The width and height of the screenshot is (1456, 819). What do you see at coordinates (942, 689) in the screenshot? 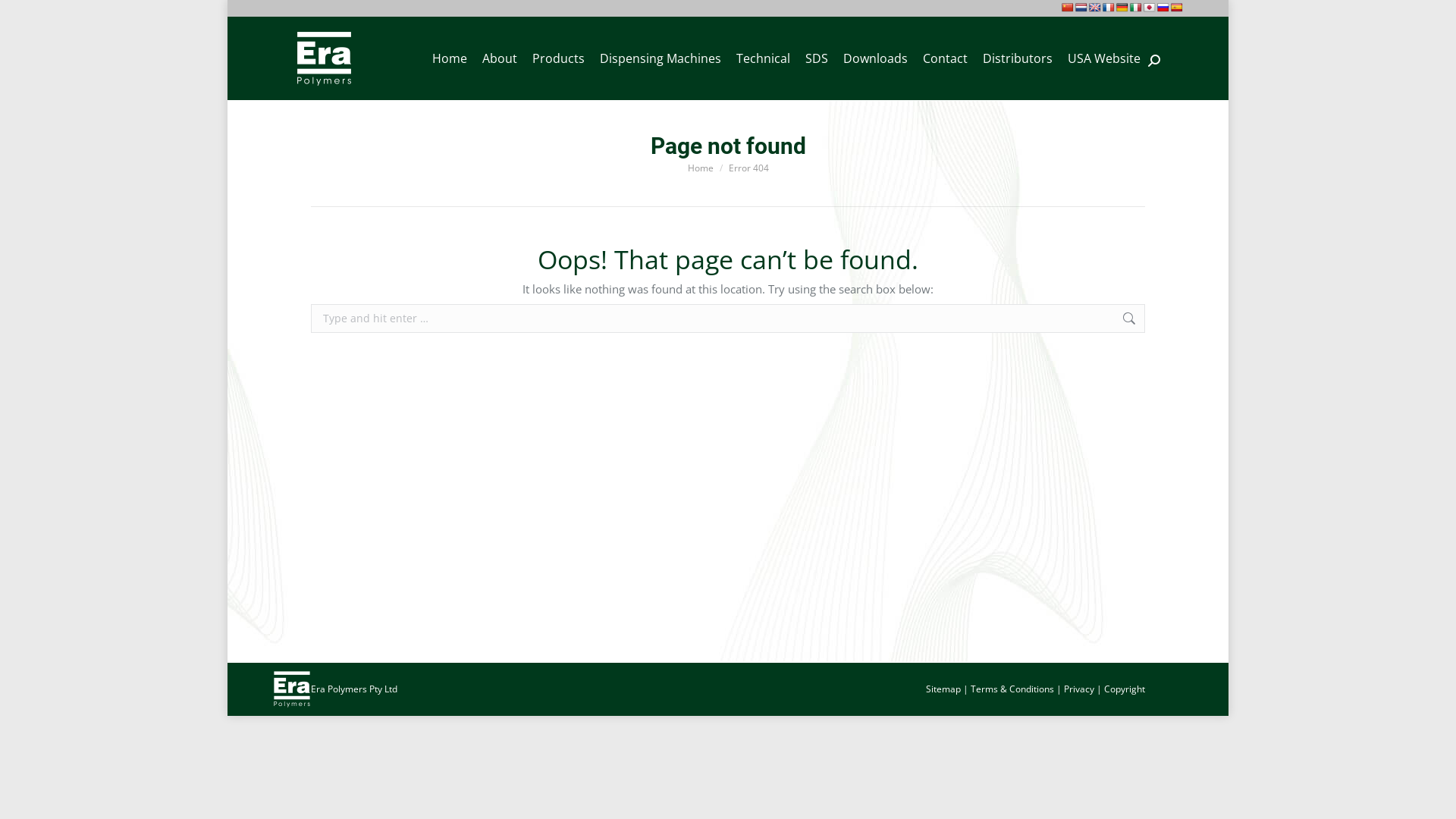
I see `'Sitemap'` at bounding box center [942, 689].